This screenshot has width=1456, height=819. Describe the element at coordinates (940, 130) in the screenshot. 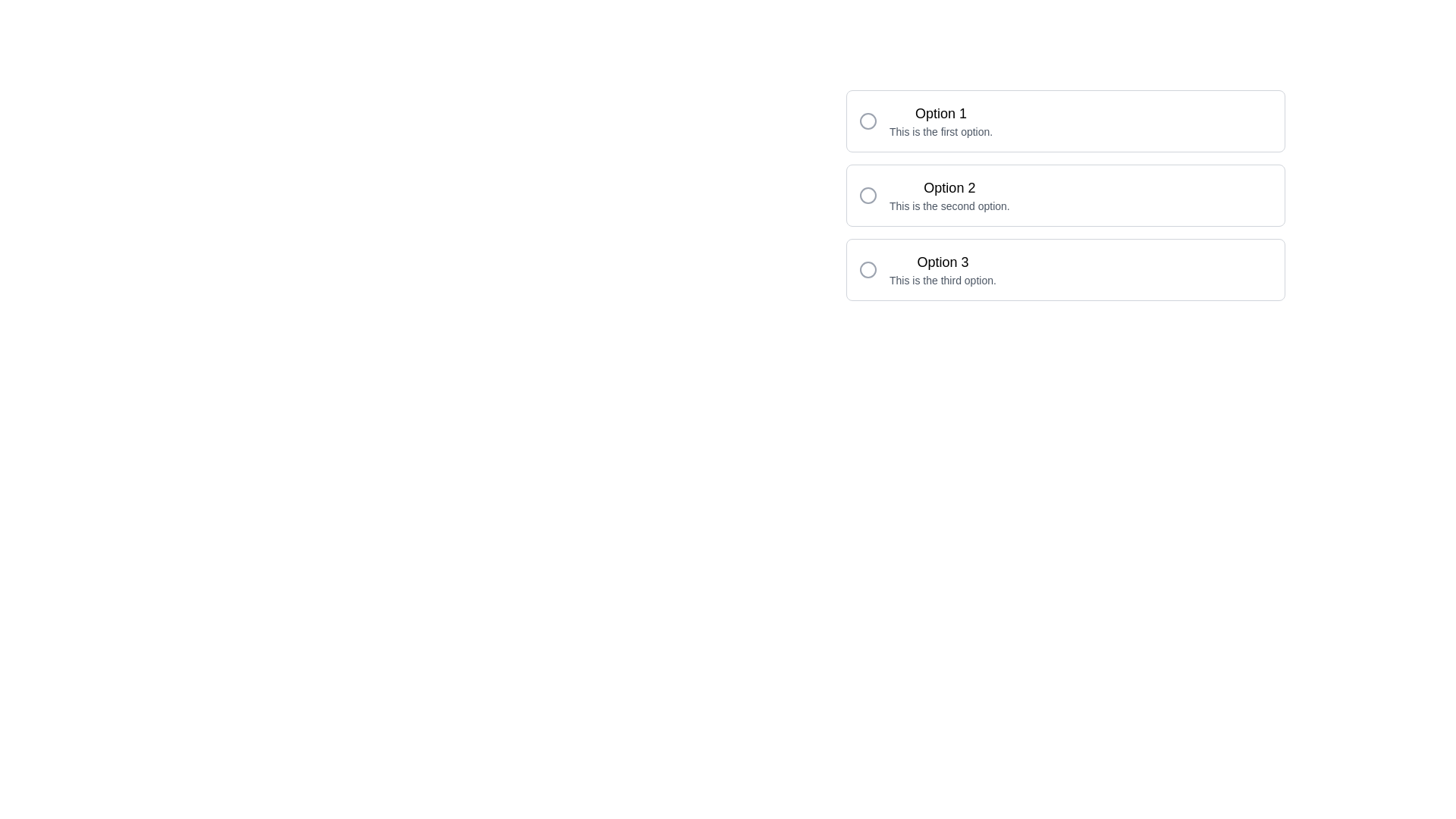

I see `text labeled 'This is the first option.' which is a small-sized gray paragraph positioned below 'Option 1'` at that location.